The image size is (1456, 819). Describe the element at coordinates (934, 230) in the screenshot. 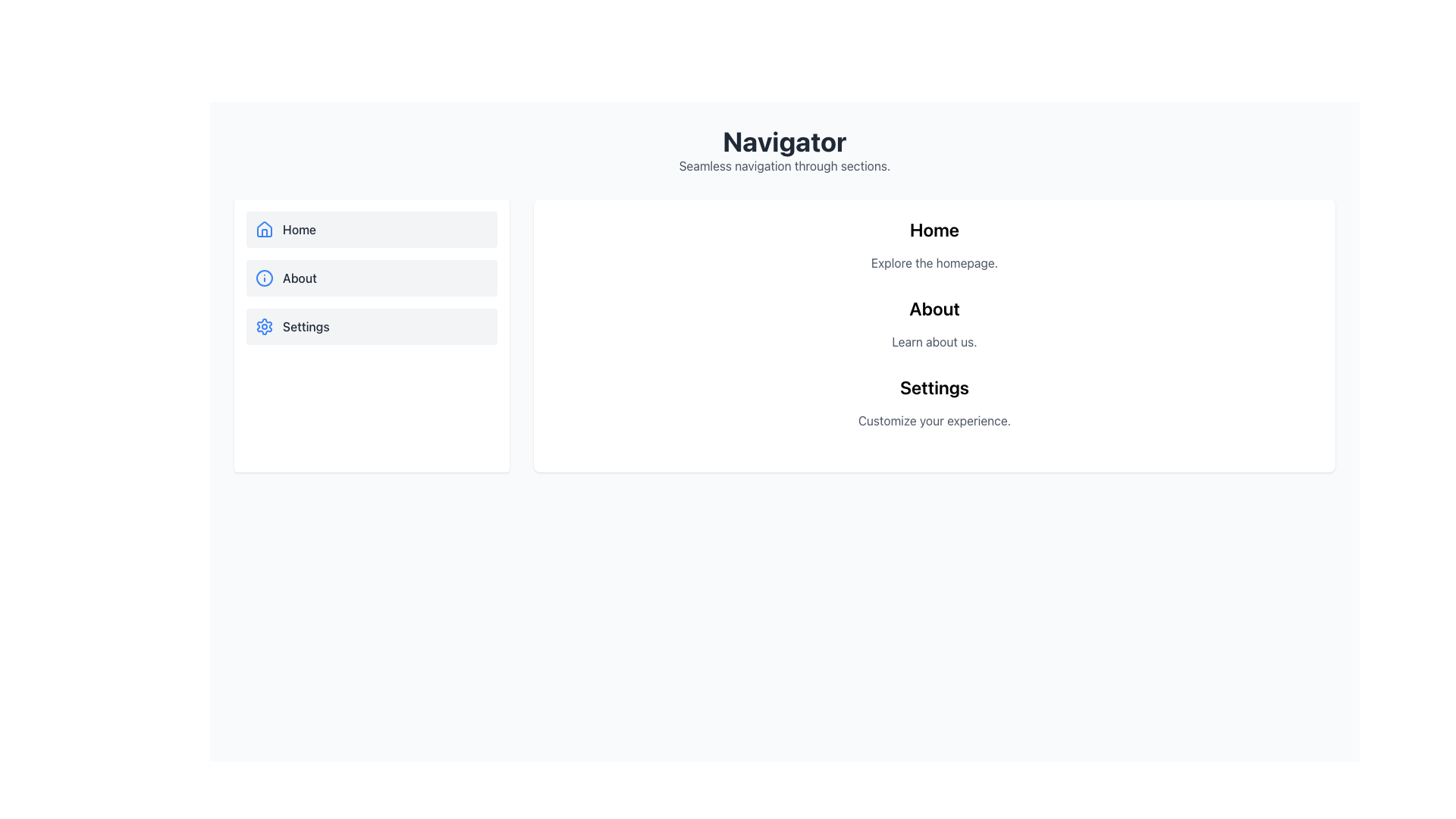

I see `the header text label for the 'home' section, which is positioned above the text 'Explore the homepage.'` at that location.